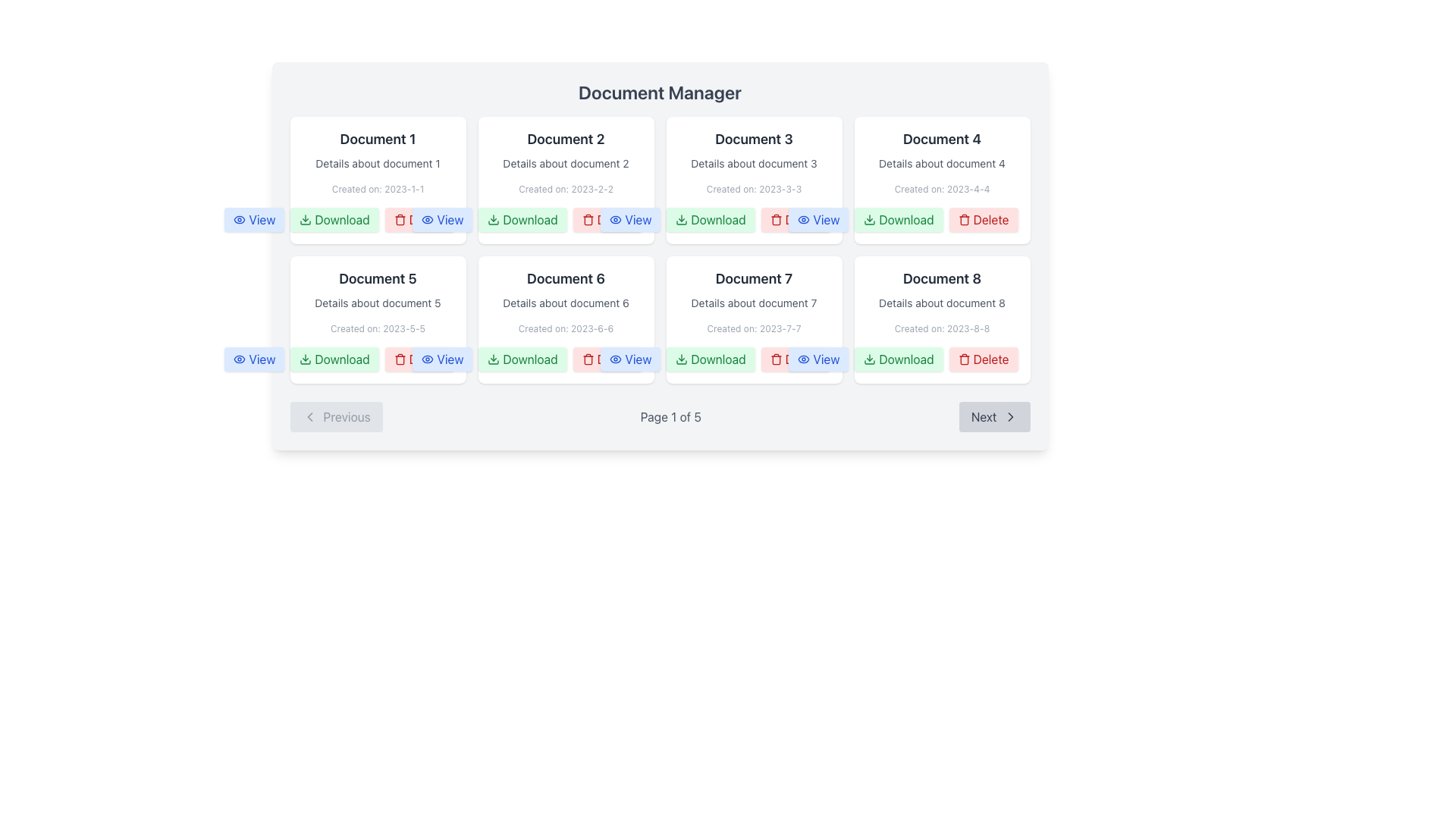 This screenshot has width=1456, height=819. What do you see at coordinates (522, 359) in the screenshot?
I see `the 'Download' button with a green background and rounded corners to initiate the download for 'Document 6'` at bounding box center [522, 359].